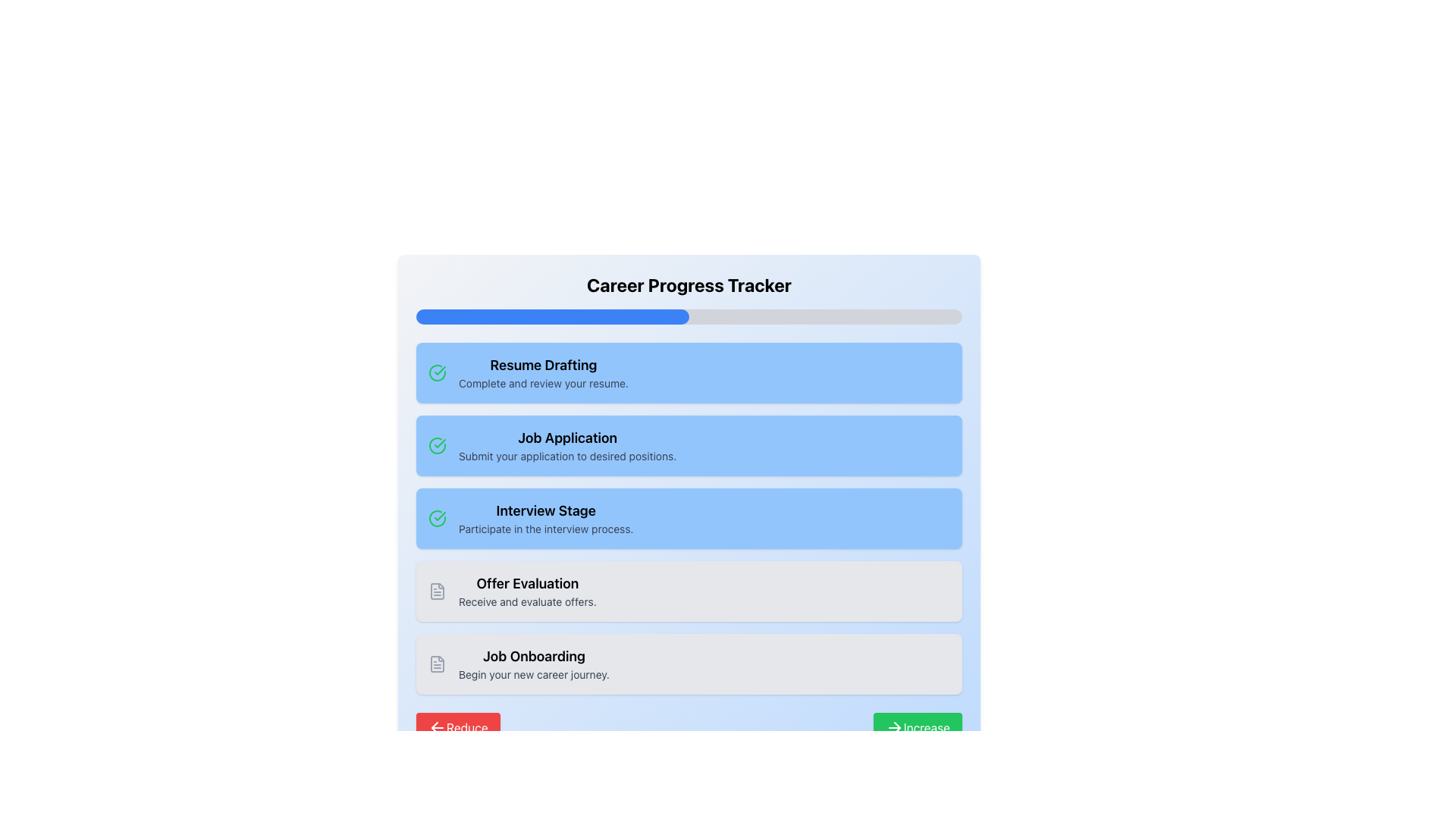  Describe the element at coordinates (527, 583) in the screenshot. I see `text from the title or header of the 'Offer Evaluation' section, which serves to identify the purpose of this section in the user interface` at that location.